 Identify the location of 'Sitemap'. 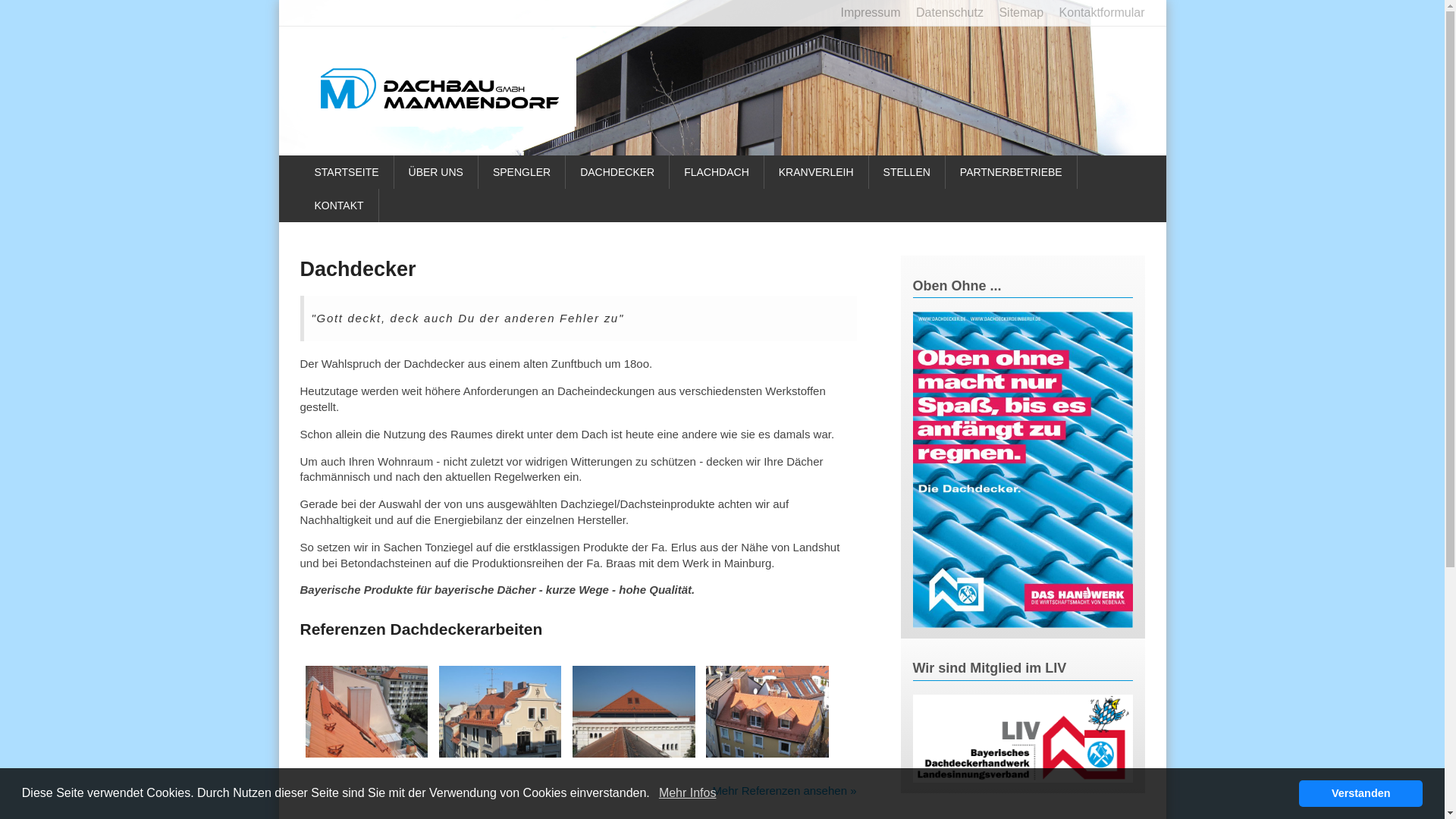
(1015, 12).